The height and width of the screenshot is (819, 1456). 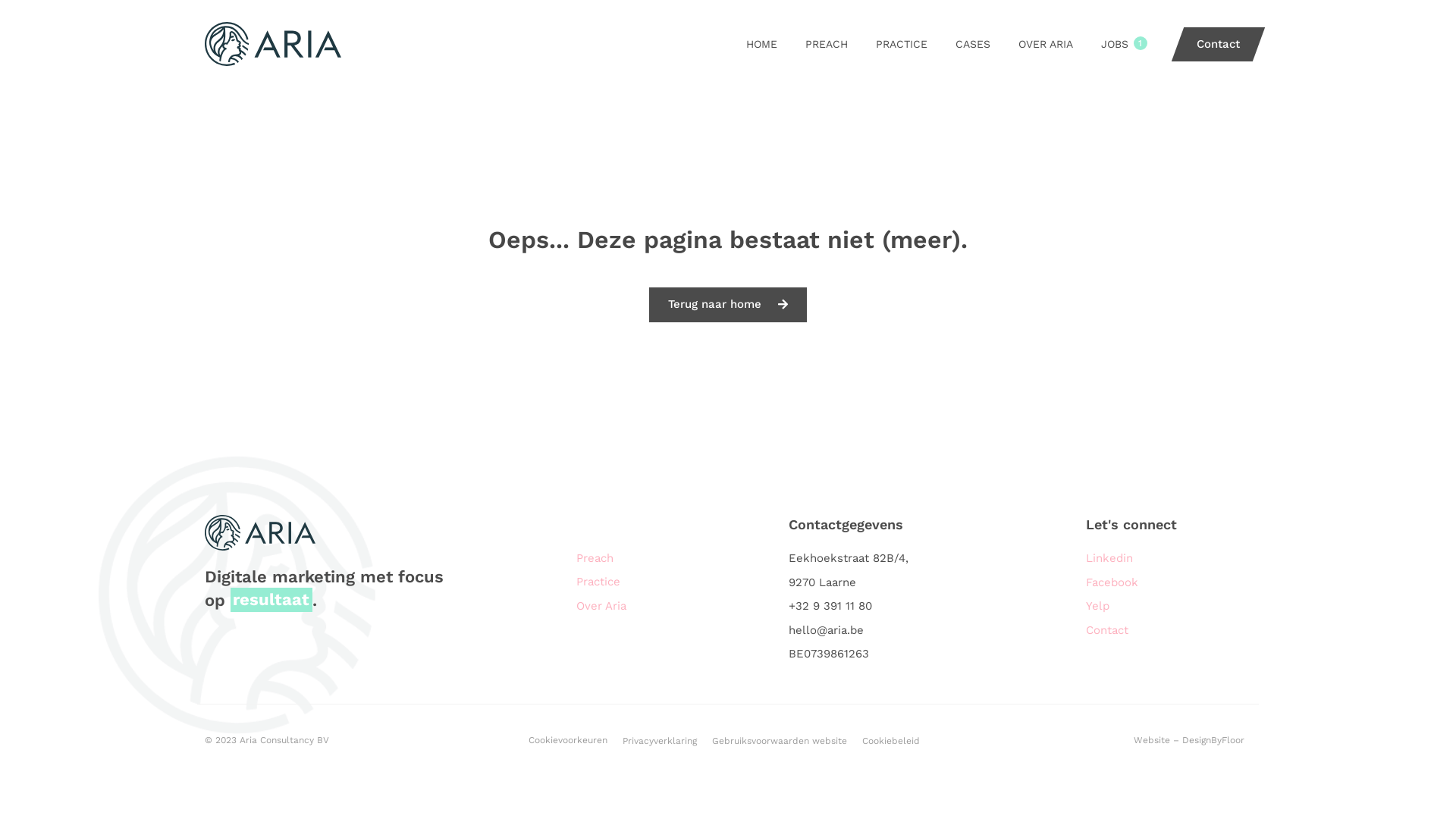 I want to click on 'Contact', so click(x=1211, y=43).